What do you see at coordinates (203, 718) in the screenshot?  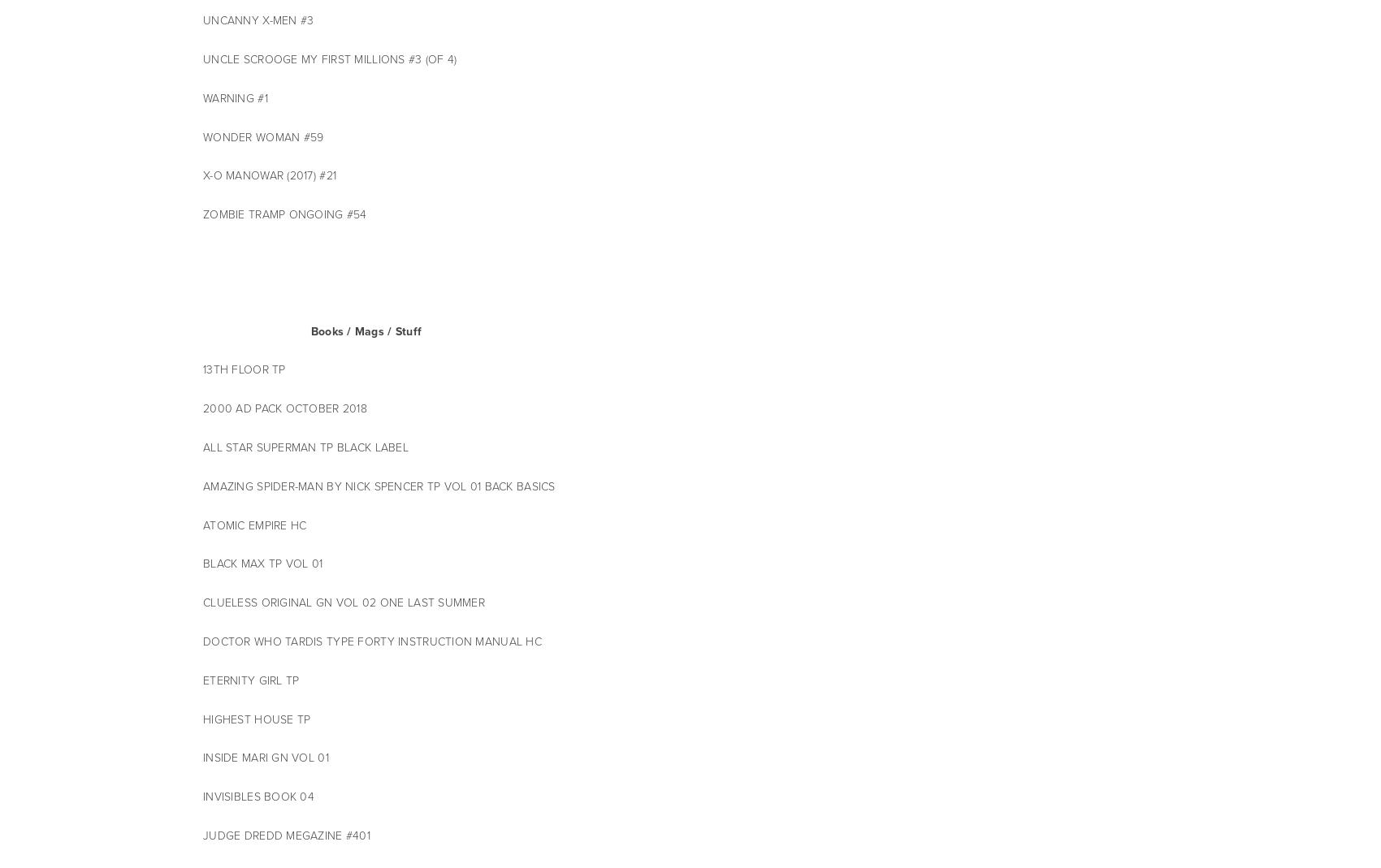 I see `'HIGHEST HOUSE TP'` at bounding box center [203, 718].